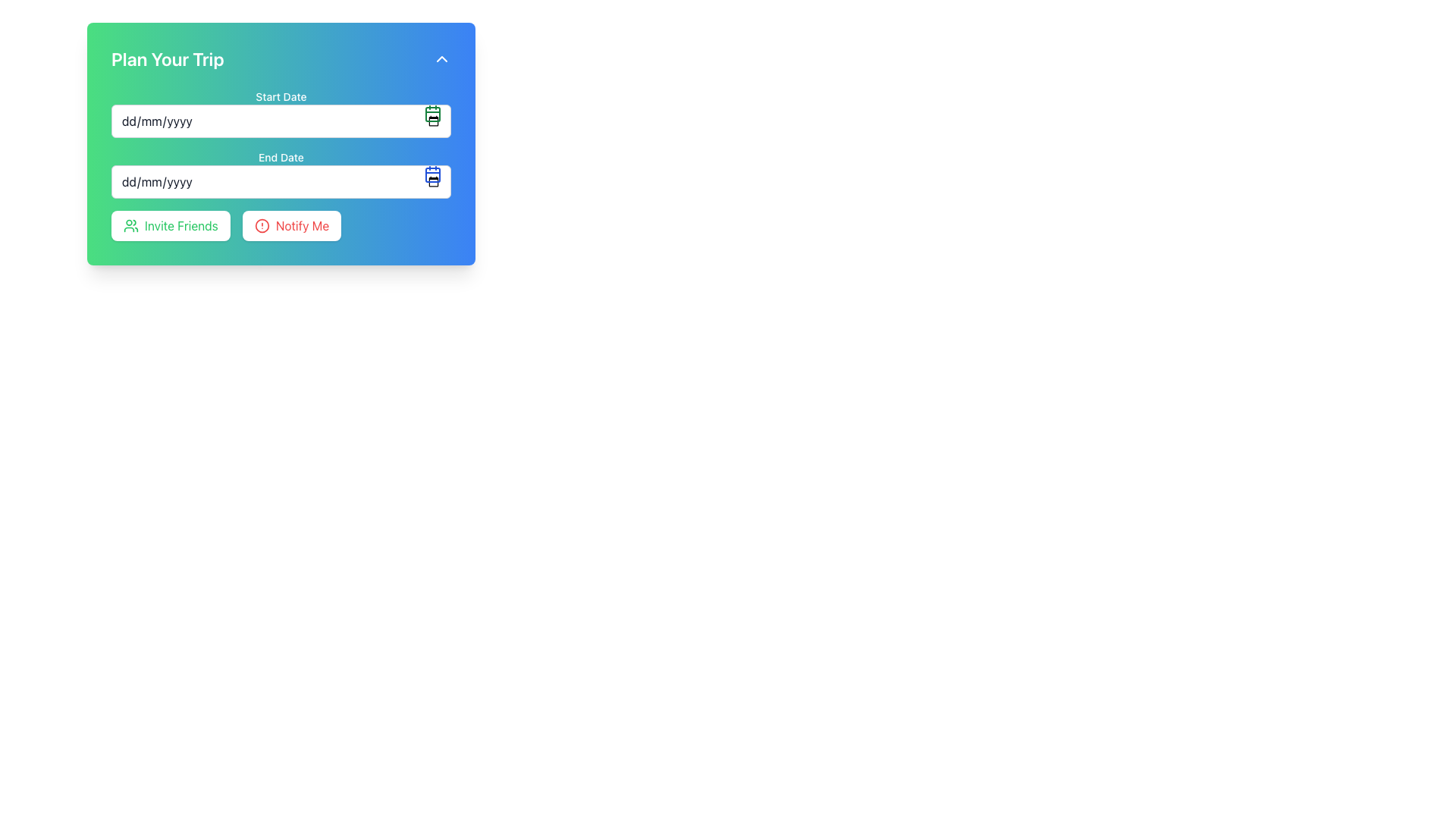 This screenshot has height=819, width=1456. I want to click on the Calendar icon located in the 'End Date' date input field, so click(432, 174).